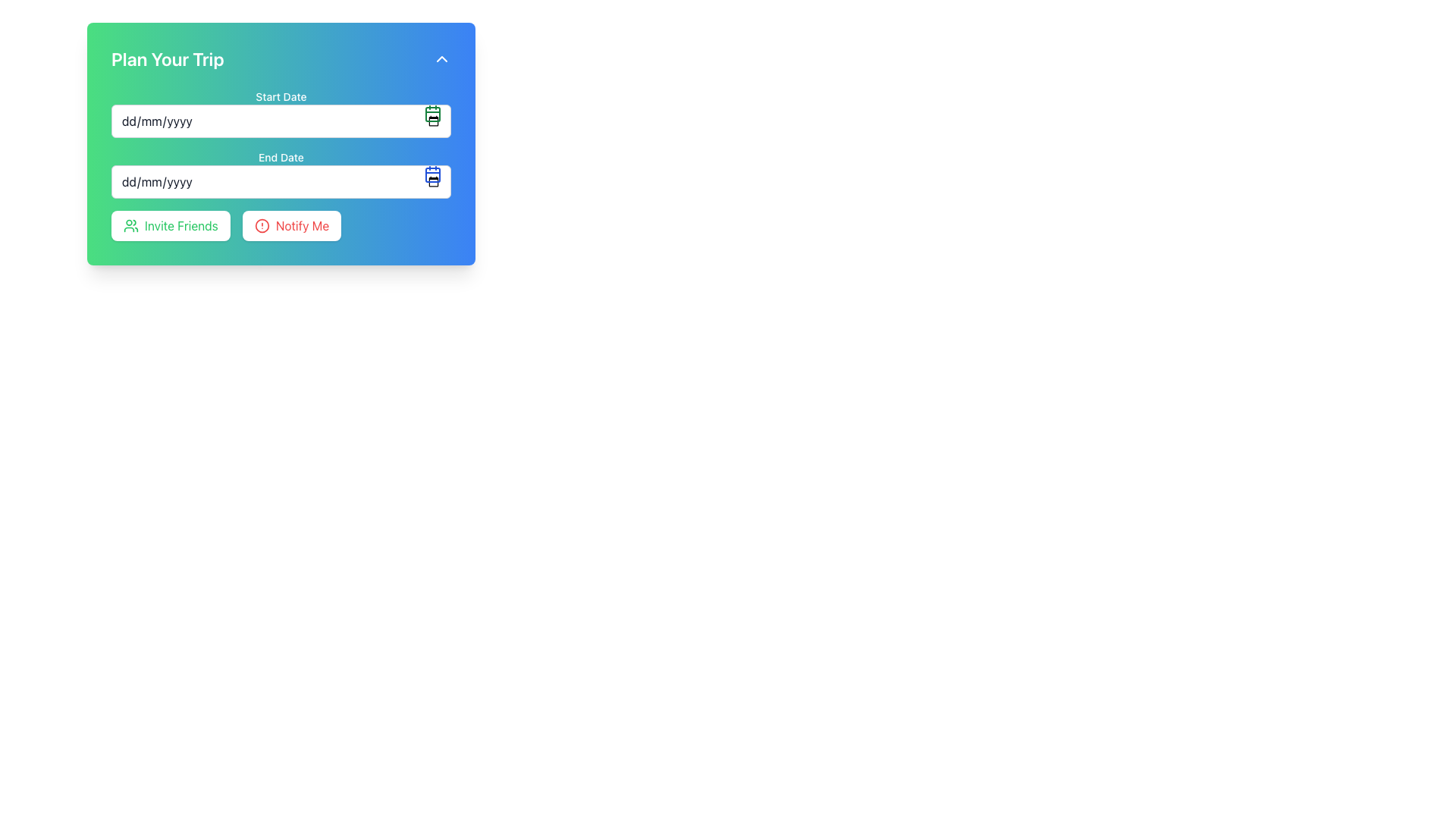 This screenshot has height=819, width=1456. I want to click on the Calendar icon located in the 'End Date' date input field, so click(432, 174).